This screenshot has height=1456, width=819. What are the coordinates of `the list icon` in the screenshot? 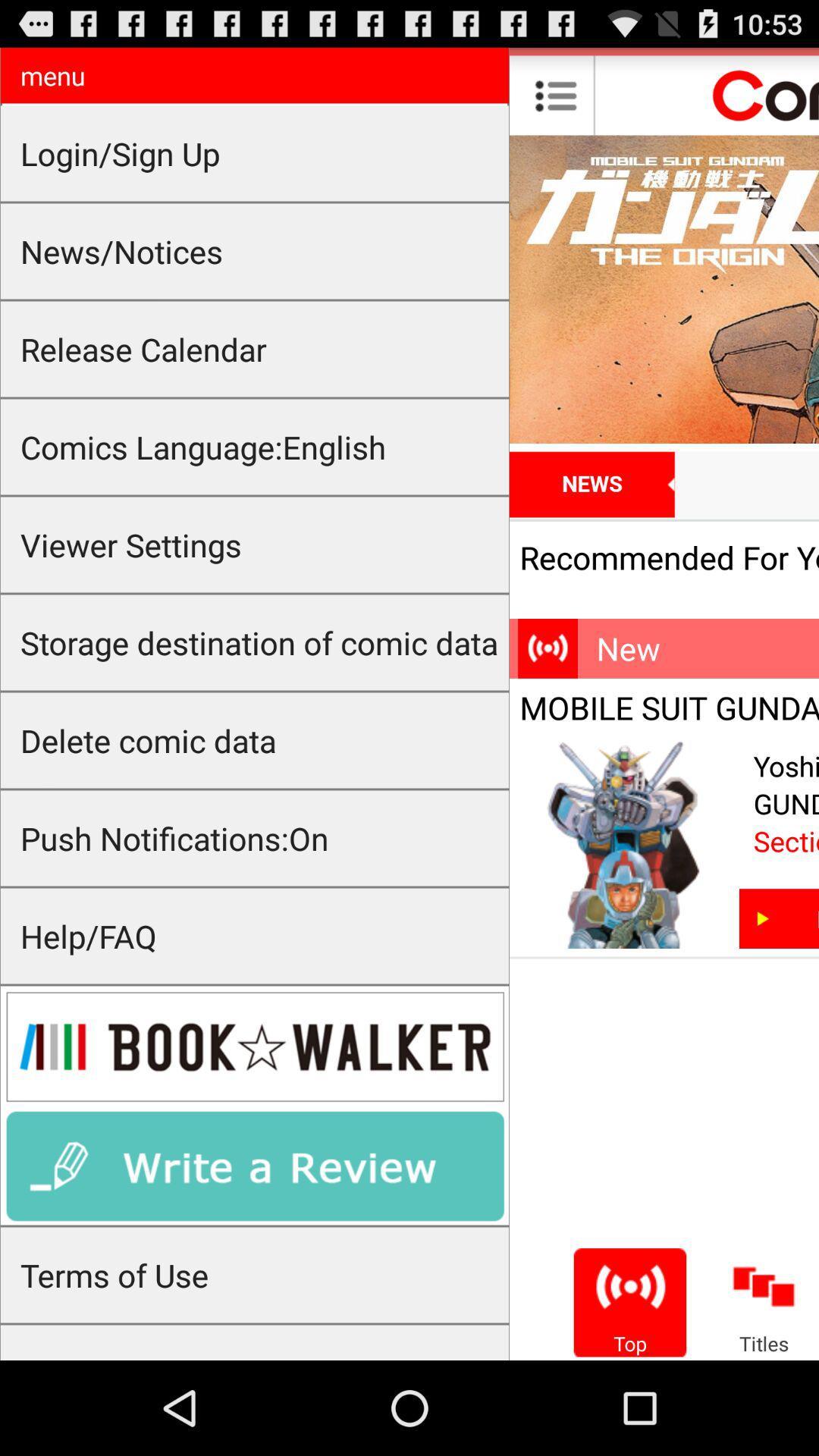 It's located at (556, 101).